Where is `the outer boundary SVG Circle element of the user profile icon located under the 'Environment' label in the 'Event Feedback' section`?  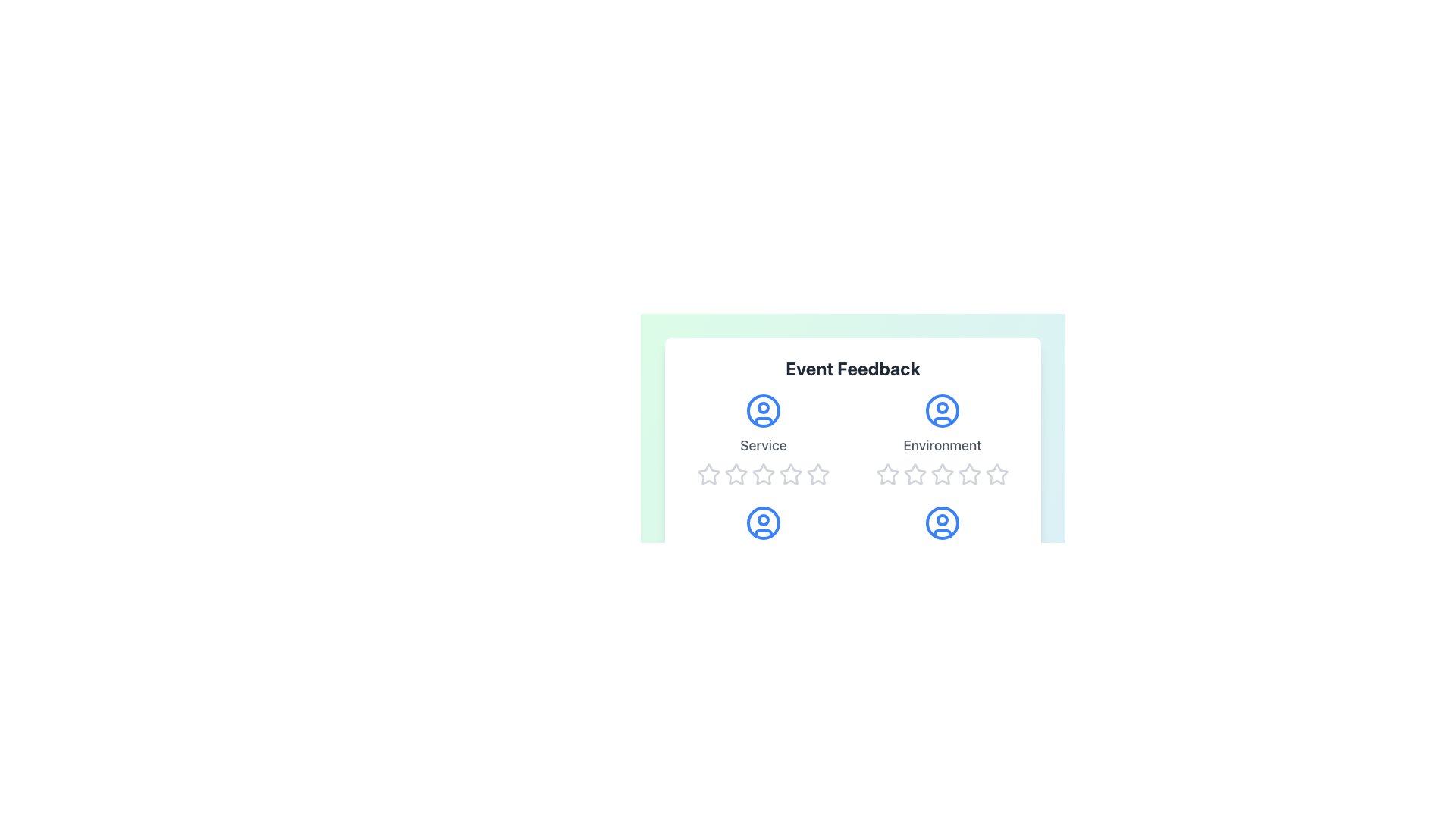 the outer boundary SVG Circle element of the user profile icon located under the 'Environment' label in the 'Event Feedback' section is located at coordinates (942, 411).